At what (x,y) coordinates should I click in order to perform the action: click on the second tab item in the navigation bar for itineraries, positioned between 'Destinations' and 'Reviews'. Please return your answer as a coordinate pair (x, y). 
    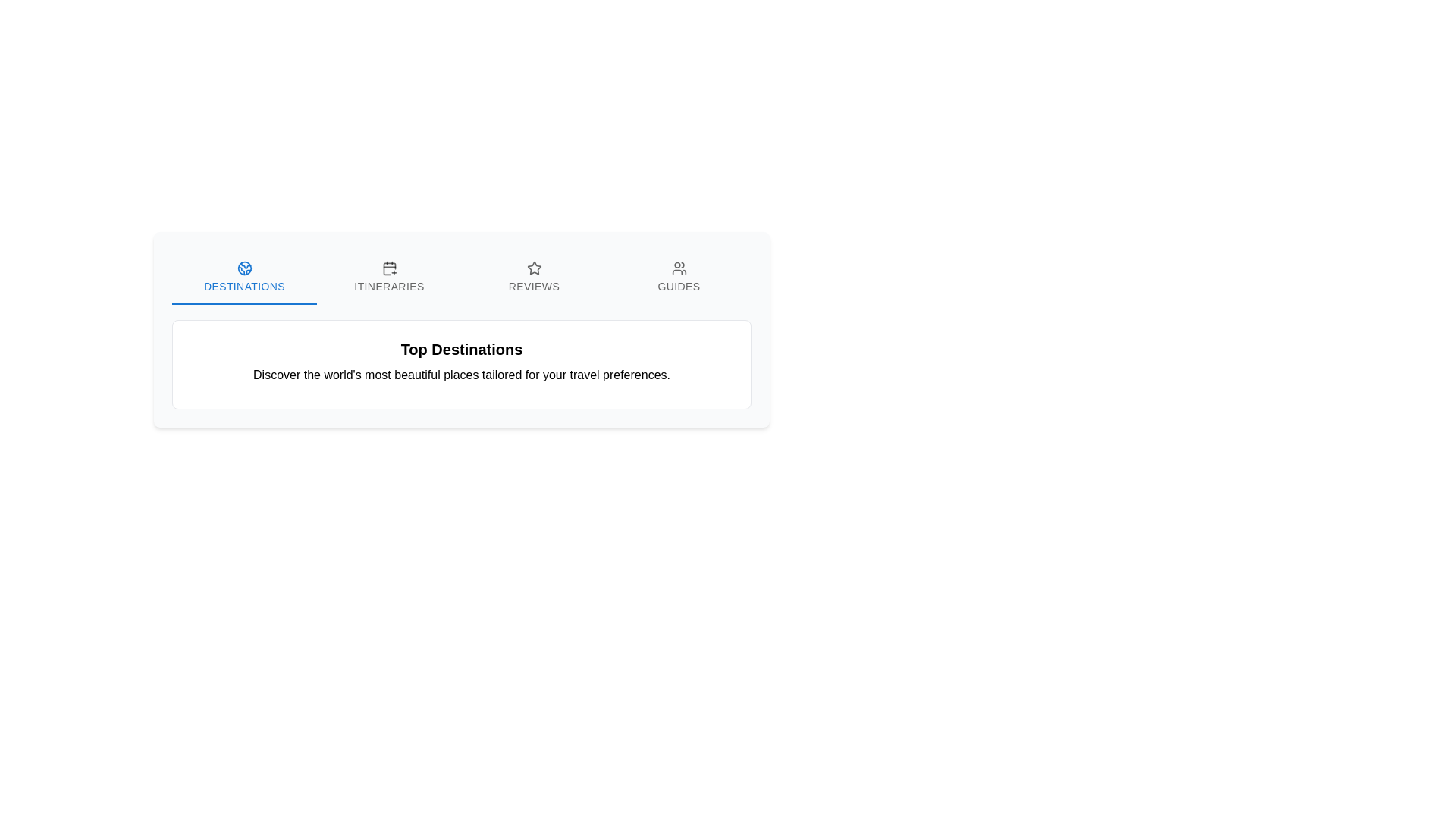
    Looking at the image, I should click on (389, 278).